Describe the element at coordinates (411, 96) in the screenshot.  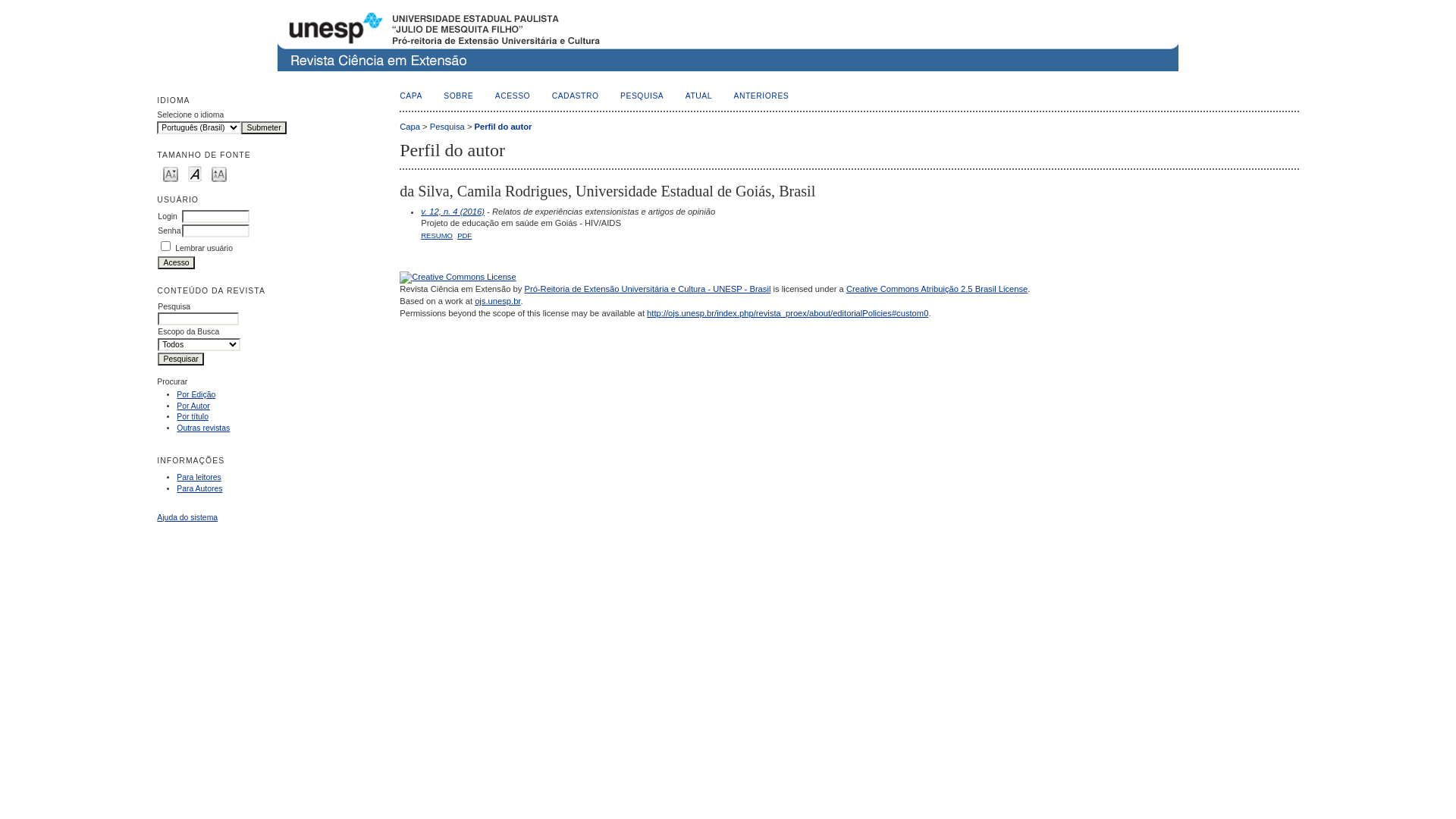
I see `'CAPA'` at that location.